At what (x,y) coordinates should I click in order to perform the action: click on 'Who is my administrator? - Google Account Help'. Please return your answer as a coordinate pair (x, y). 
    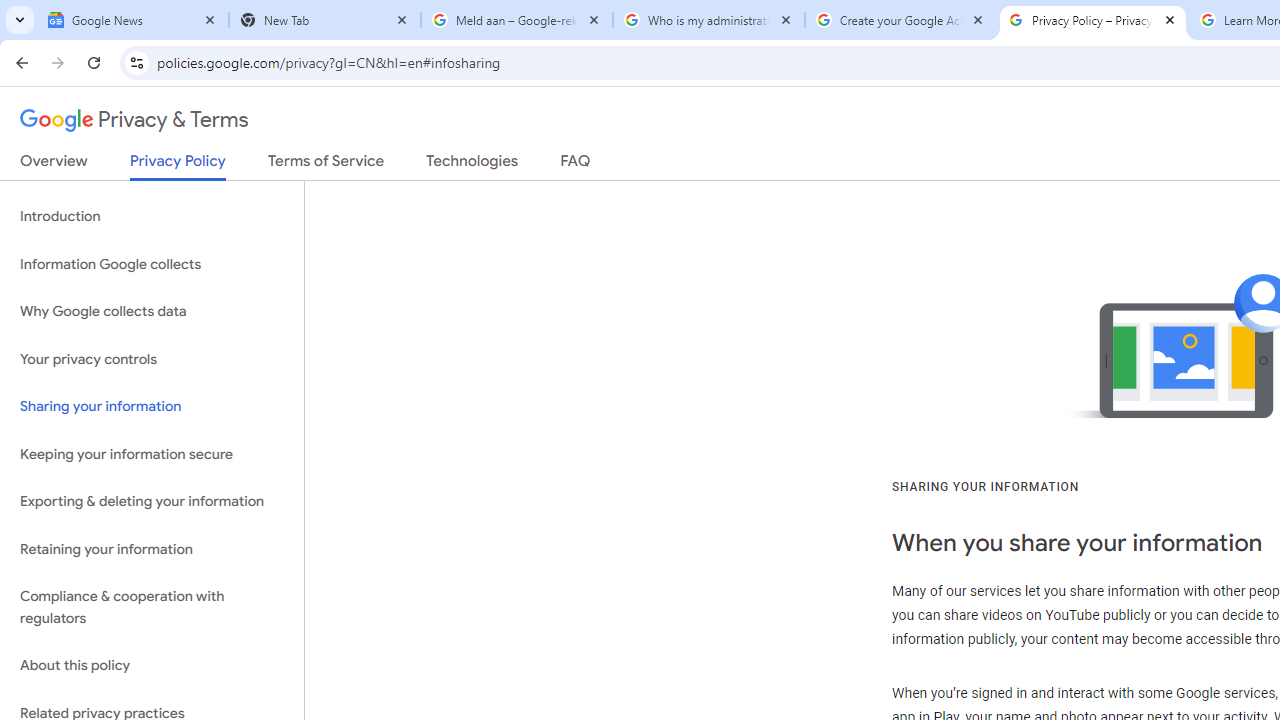
    Looking at the image, I should click on (709, 20).